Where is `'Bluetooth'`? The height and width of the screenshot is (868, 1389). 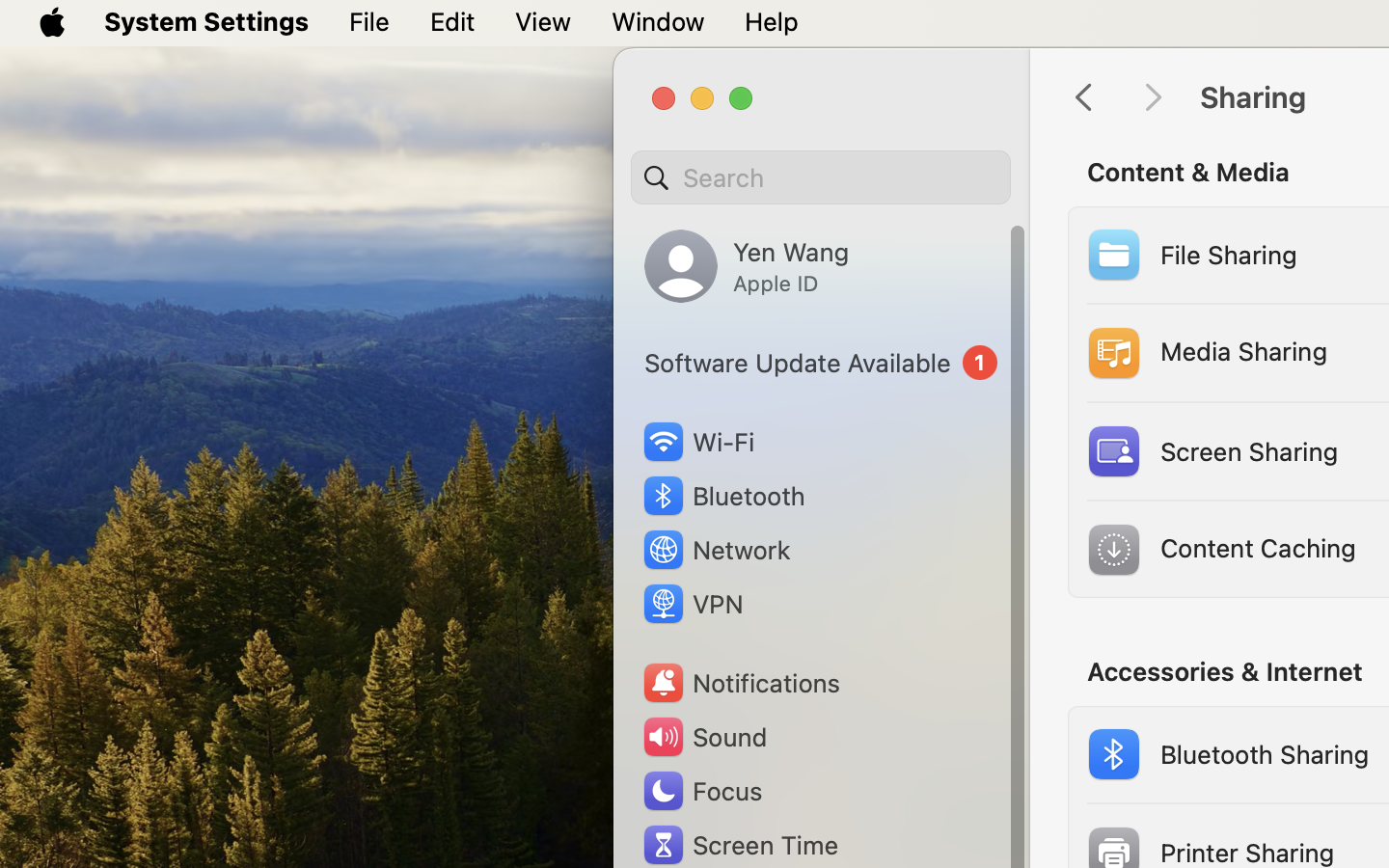 'Bluetooth' is located at coordinates (722, 494).